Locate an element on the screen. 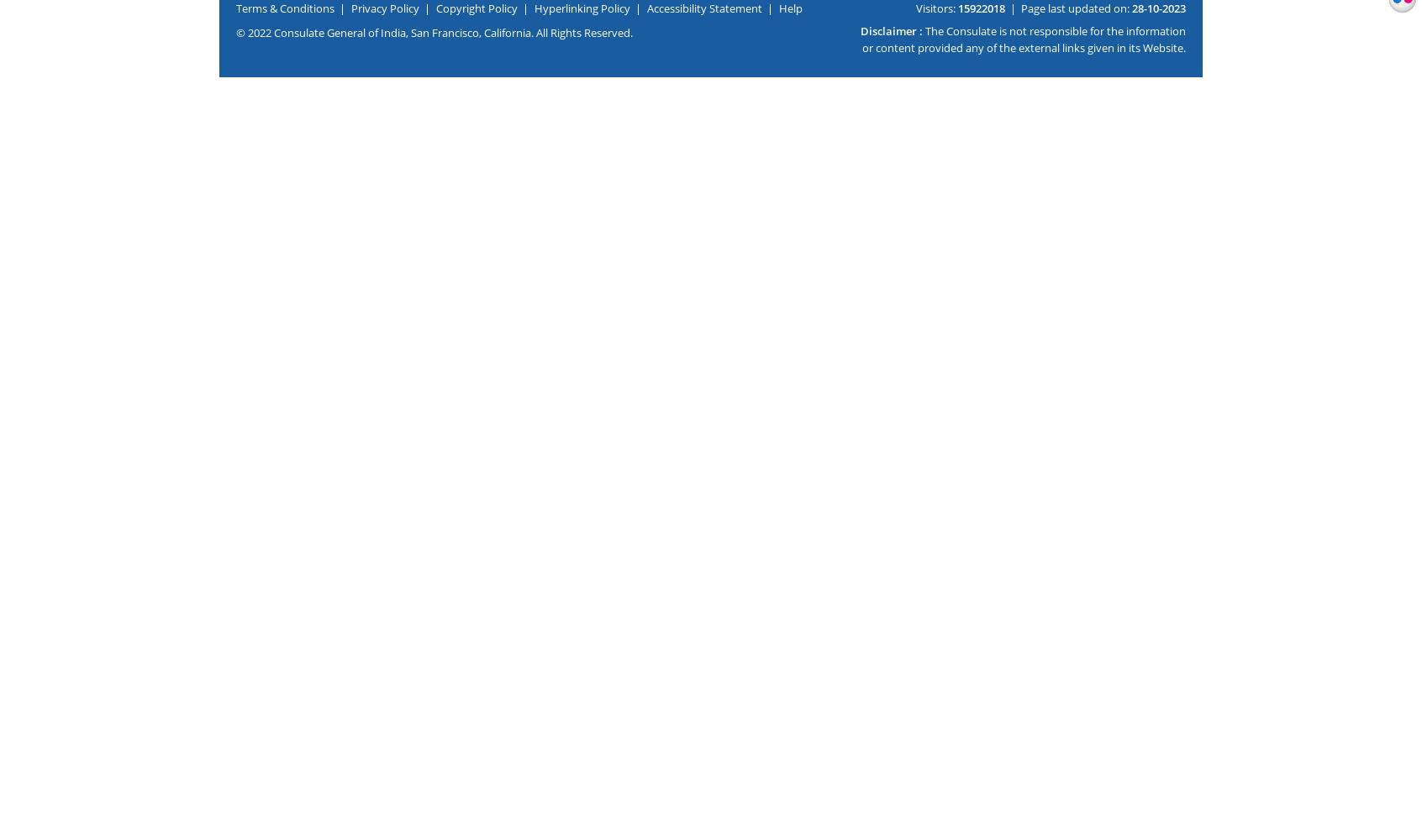 The image size is (1422, 840). '|' is located at coordinates (1013, 8).